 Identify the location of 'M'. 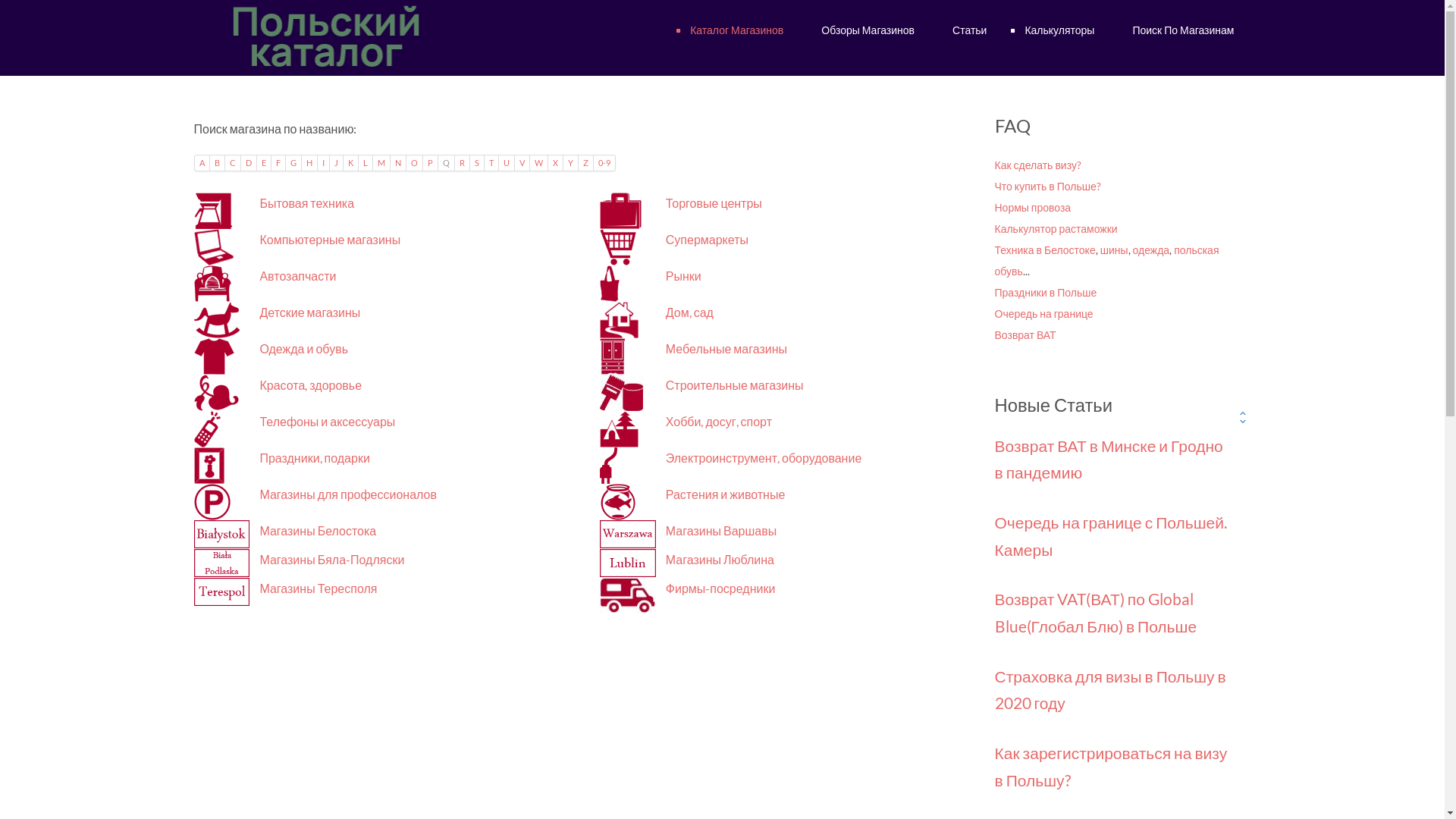
(381, 163).